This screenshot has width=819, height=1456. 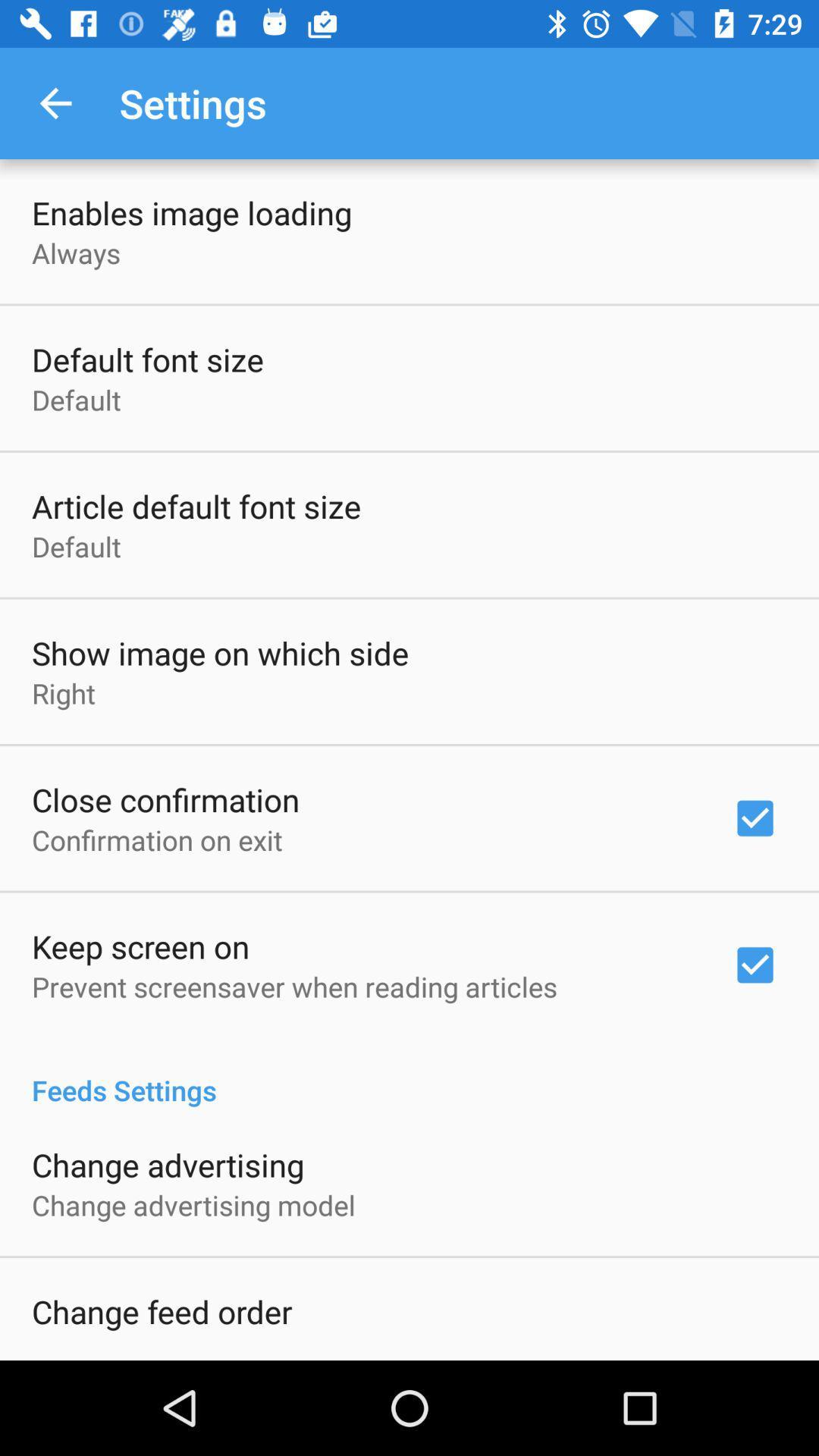 What do you see at coordinates (157, 839) in the screenshot?
I see `the item above the keep screen on item` at bounding box center [157, 839].